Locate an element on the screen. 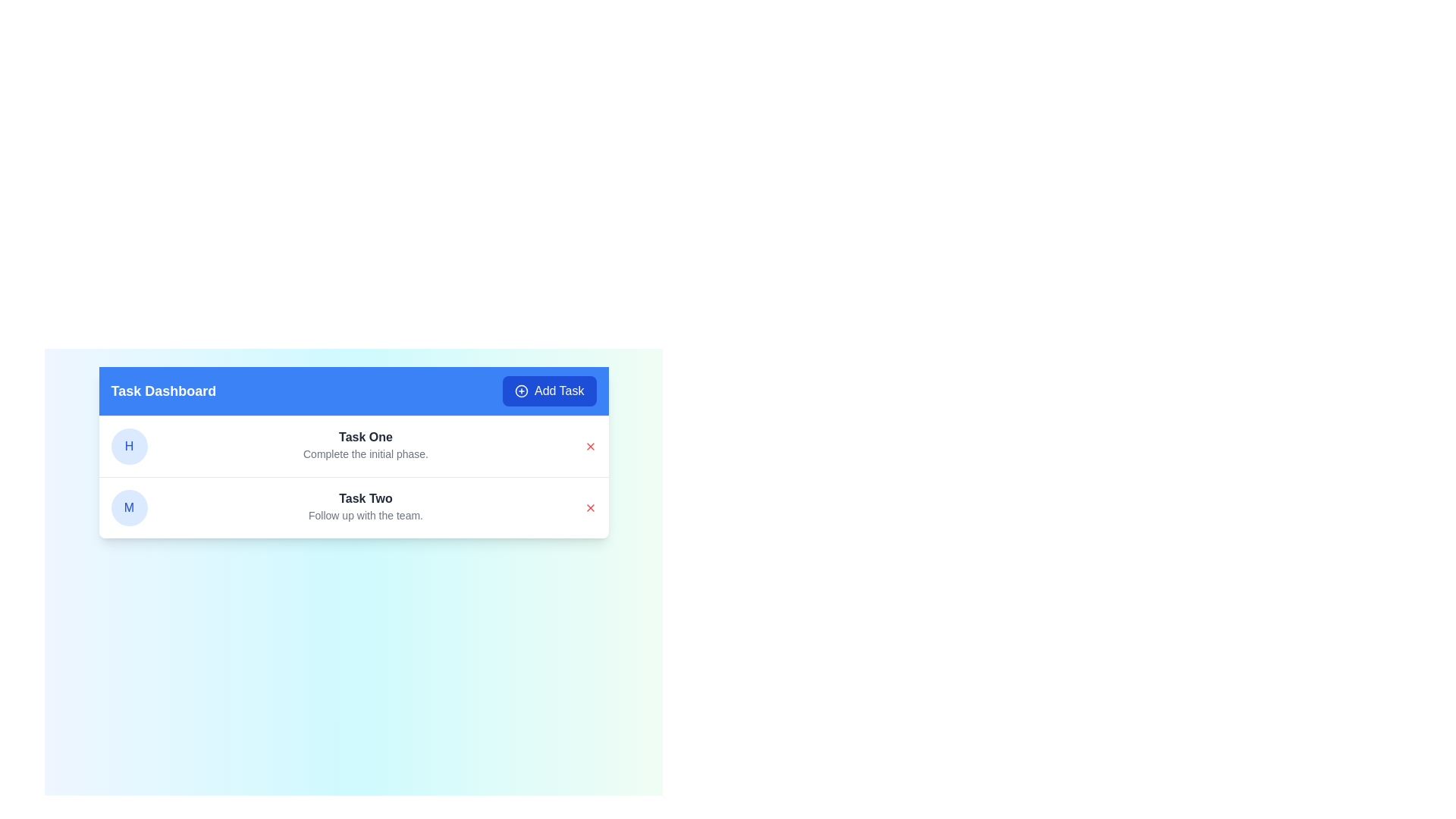 This screenshot has height=819, width=1456. the SVG circle that is part of the 'Add Task' button, located at the center of the button's left icon is located at coordinates (521, 391).